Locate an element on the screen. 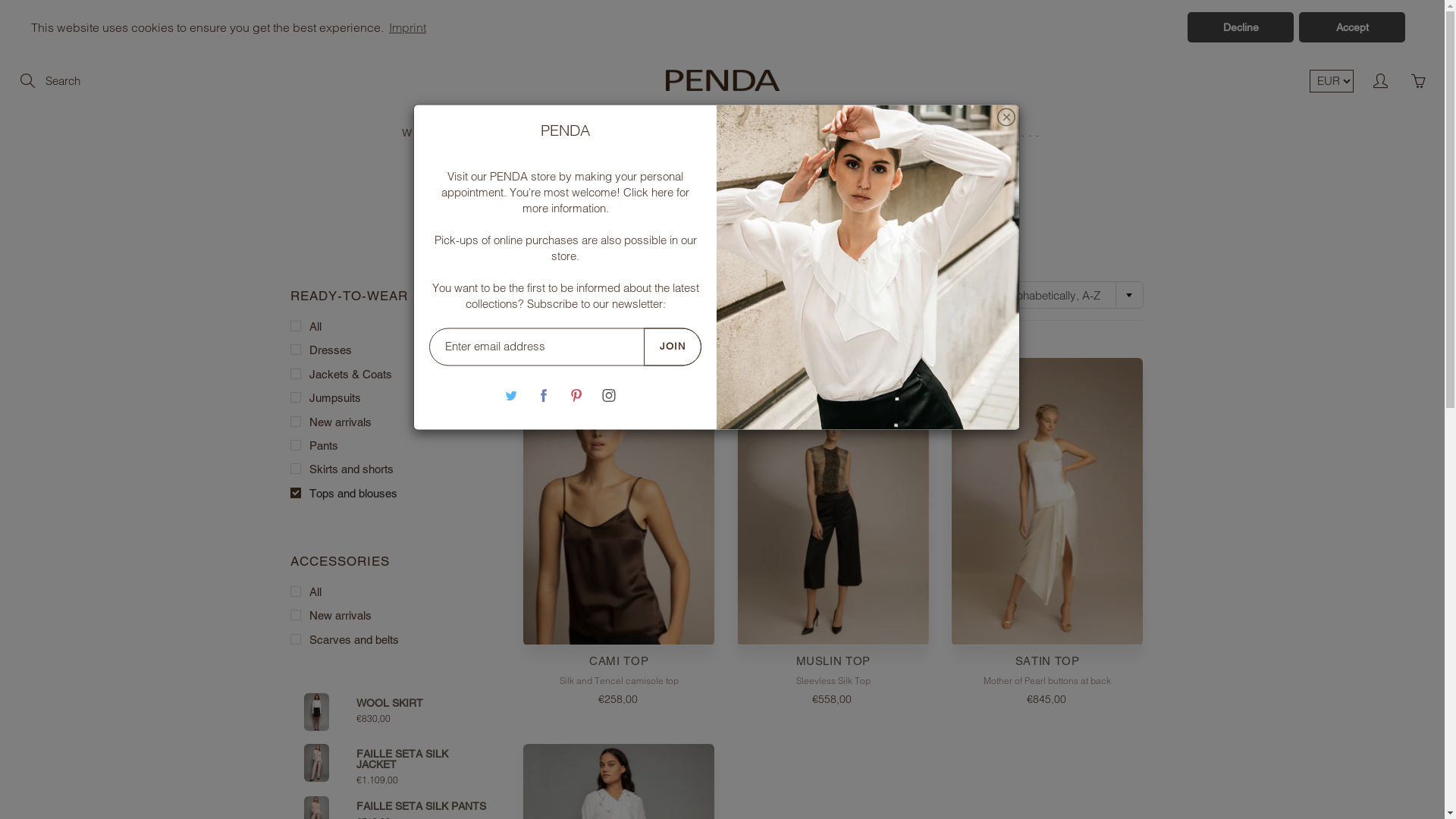 The image size is (1456, 819). 'Dresses' is located at coordinates (389, 350).